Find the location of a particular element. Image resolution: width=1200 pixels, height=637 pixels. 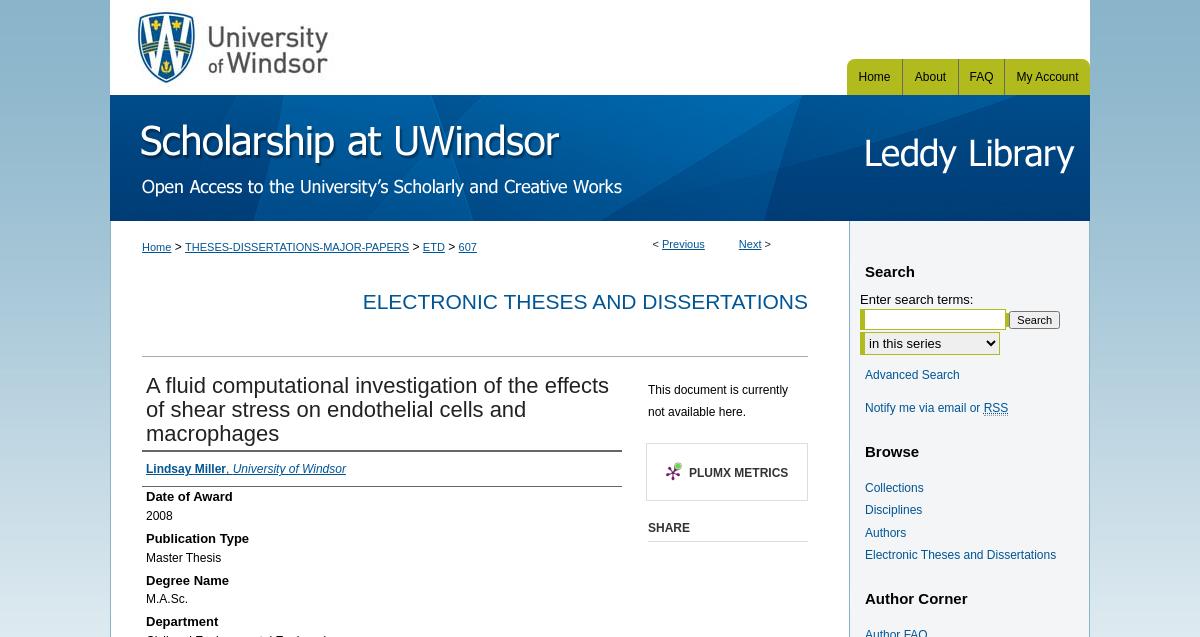

'<' is located at coordinates (651, 242).